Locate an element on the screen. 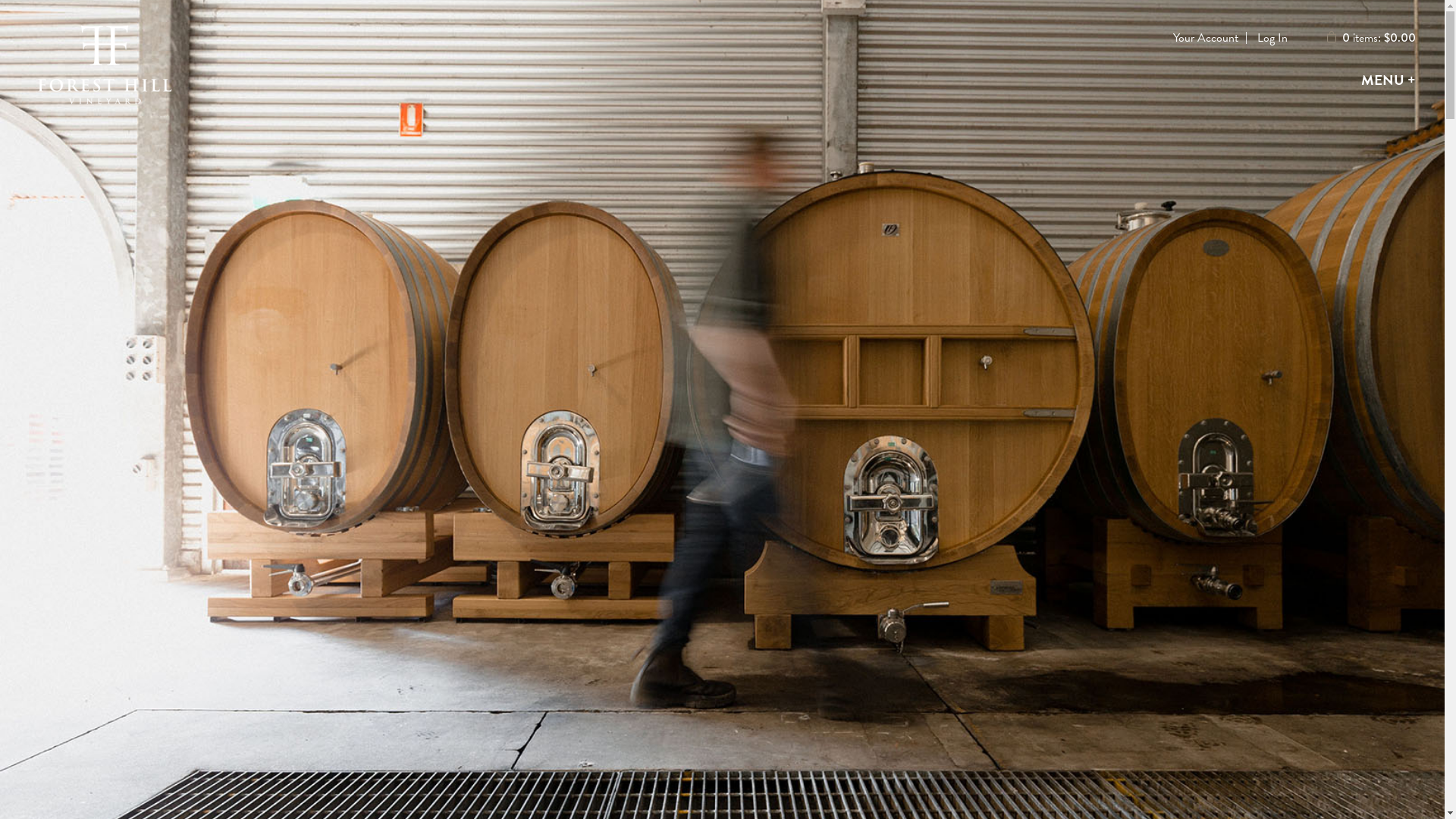 The height and width of the screenshot is (819, 1456). 'Your Account' is located at coordinates (1172, 37).